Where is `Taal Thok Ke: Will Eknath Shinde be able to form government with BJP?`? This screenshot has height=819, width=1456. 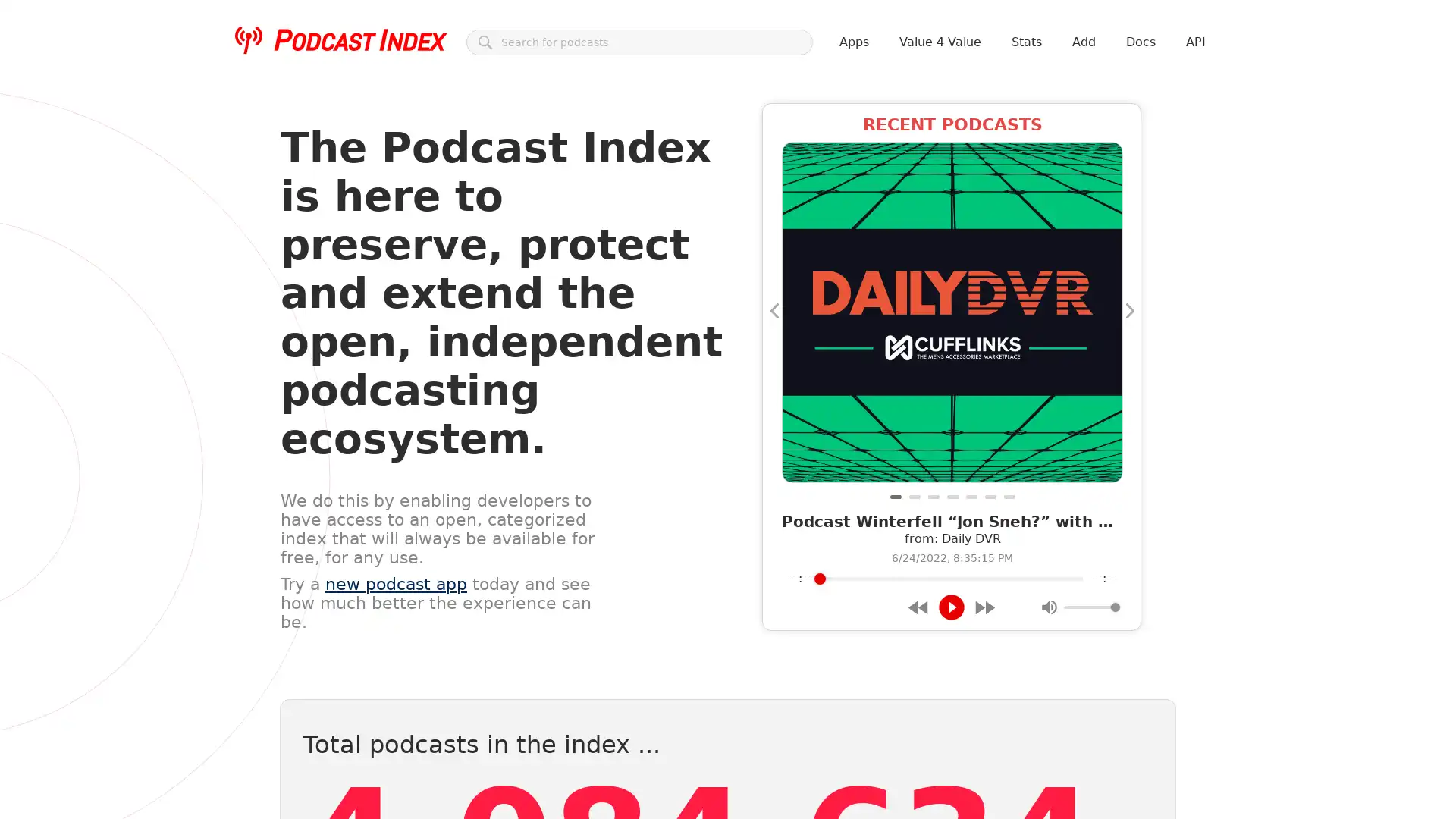 Taal Thok Ke: Will Eknath Shinde be able to form government with BJP? is located at coordinates (990, 497).